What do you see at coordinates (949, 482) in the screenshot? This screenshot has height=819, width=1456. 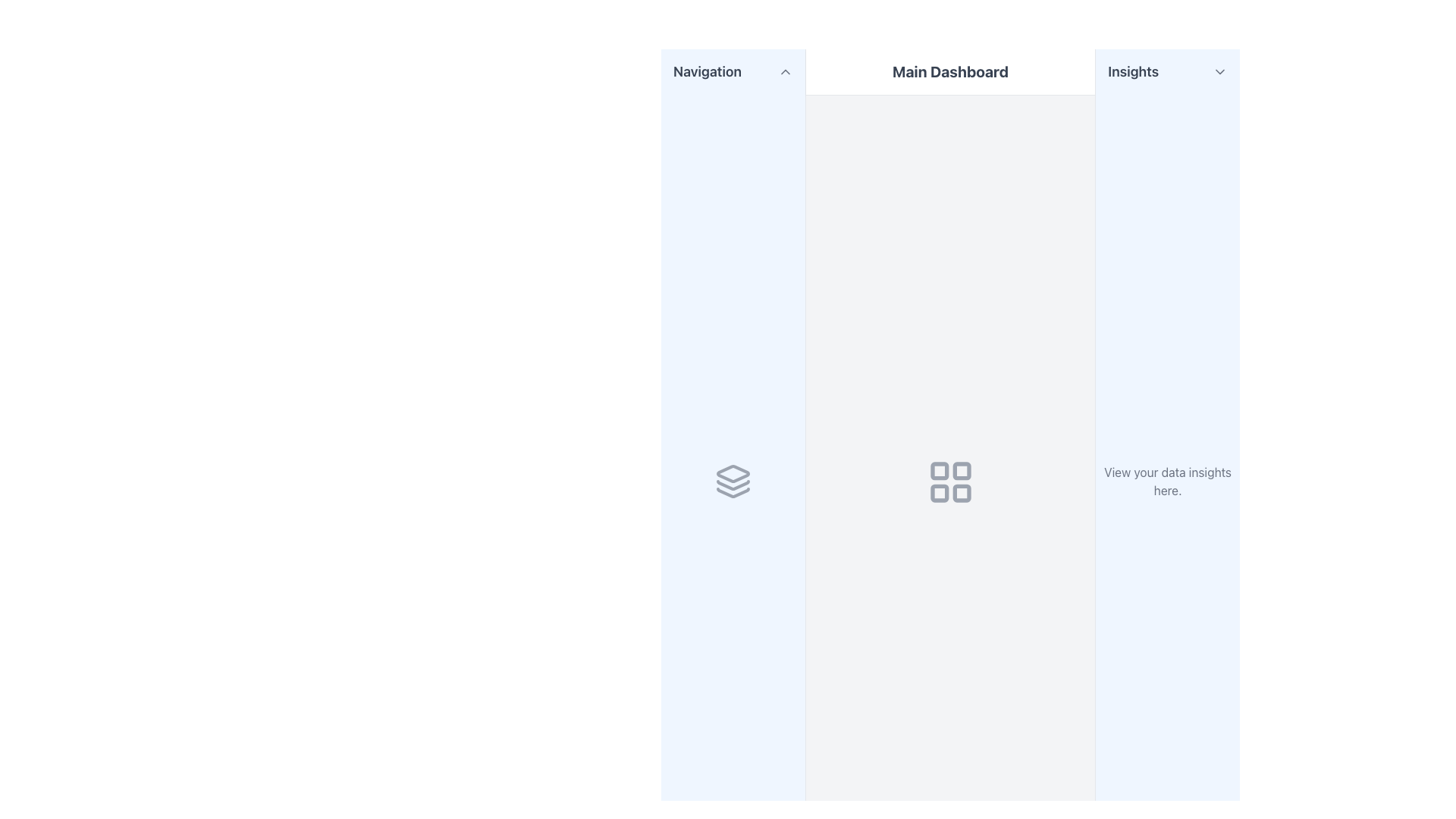 I see `the grid-like icon consisting of four evenly spaced squares arranged in a 2x2 configuration, outlined in gray, located centrally within the main content area` at bounding box center [949, 482].